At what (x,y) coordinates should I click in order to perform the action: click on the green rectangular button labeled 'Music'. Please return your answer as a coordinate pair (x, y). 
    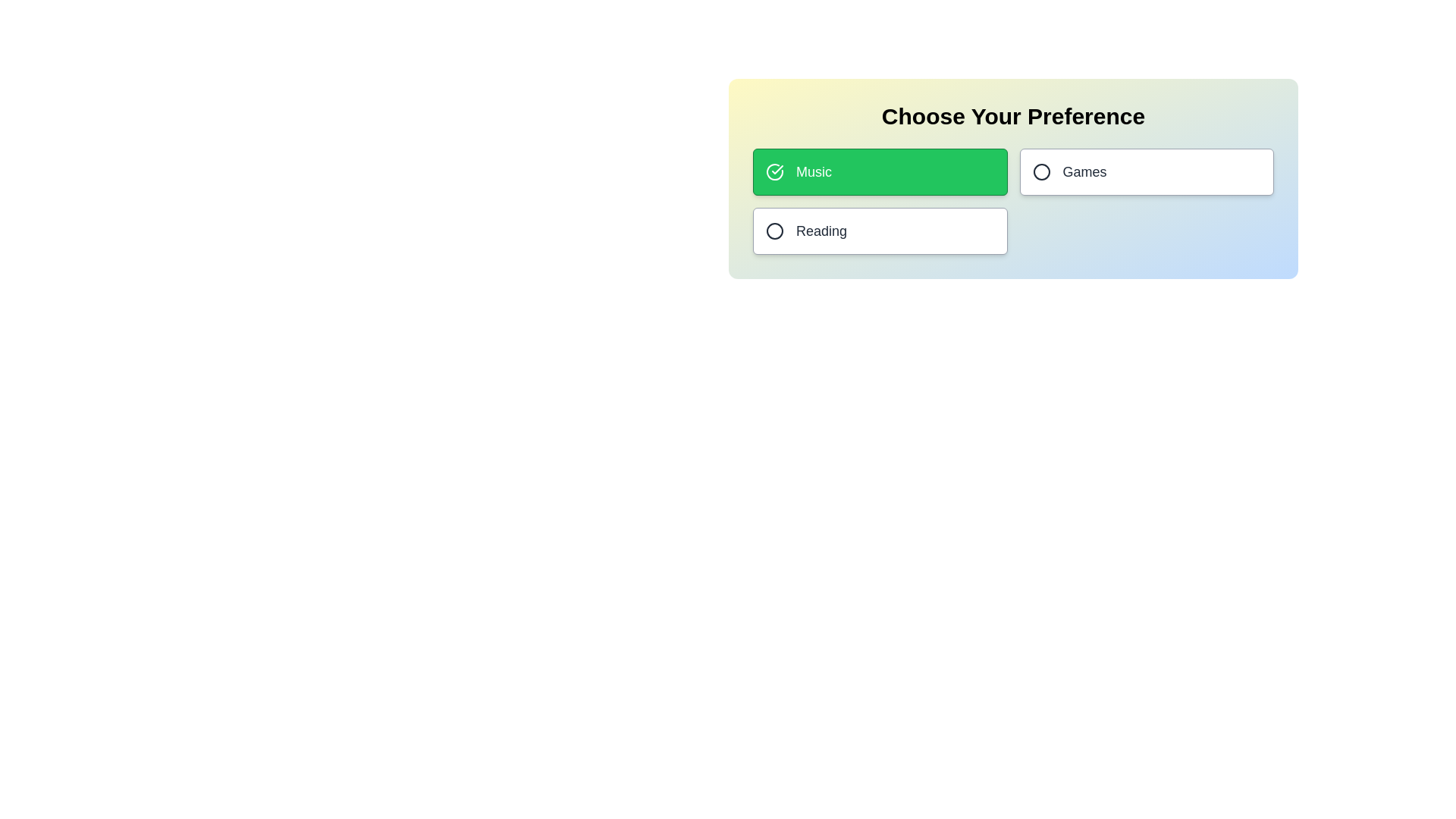
    Looking at the image, I should click on (880, 171).